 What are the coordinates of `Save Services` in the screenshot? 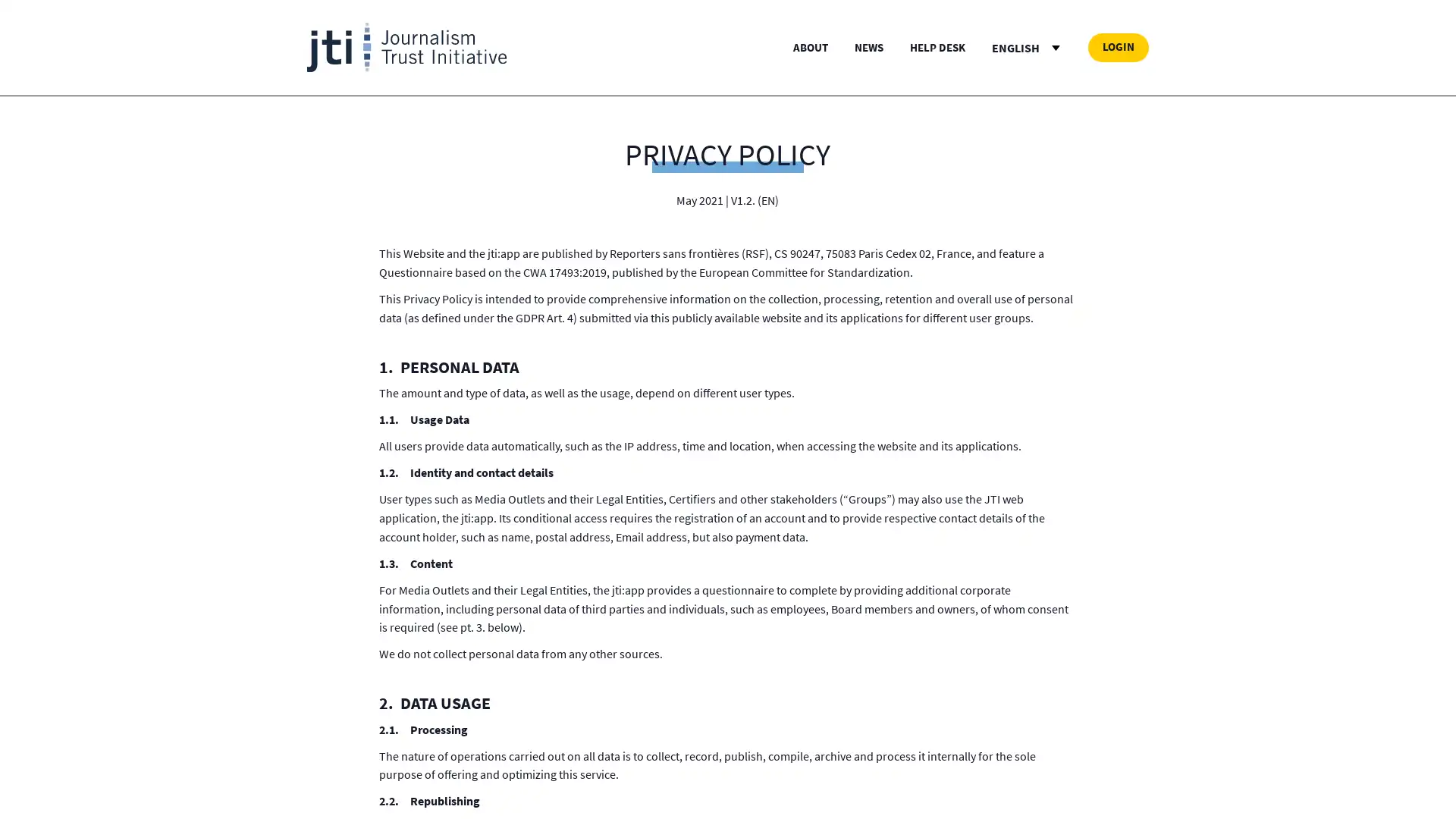 It's located at (578, 496).